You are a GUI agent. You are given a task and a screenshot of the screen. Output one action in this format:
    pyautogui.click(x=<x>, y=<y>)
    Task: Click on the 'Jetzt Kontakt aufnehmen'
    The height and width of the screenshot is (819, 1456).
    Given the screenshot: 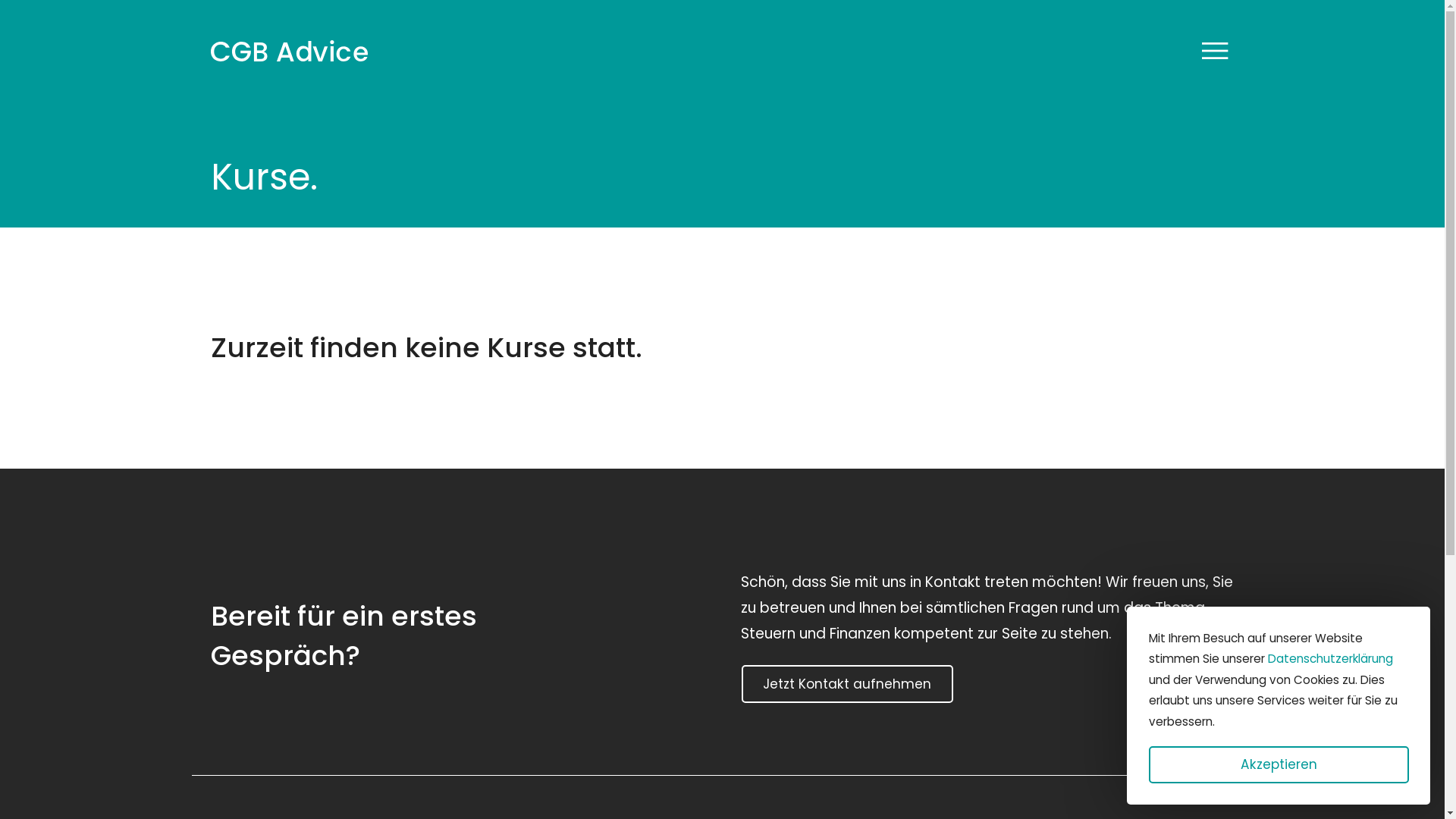 What is the action you would take?
    pyautogui.click(x=846, y=684)
    